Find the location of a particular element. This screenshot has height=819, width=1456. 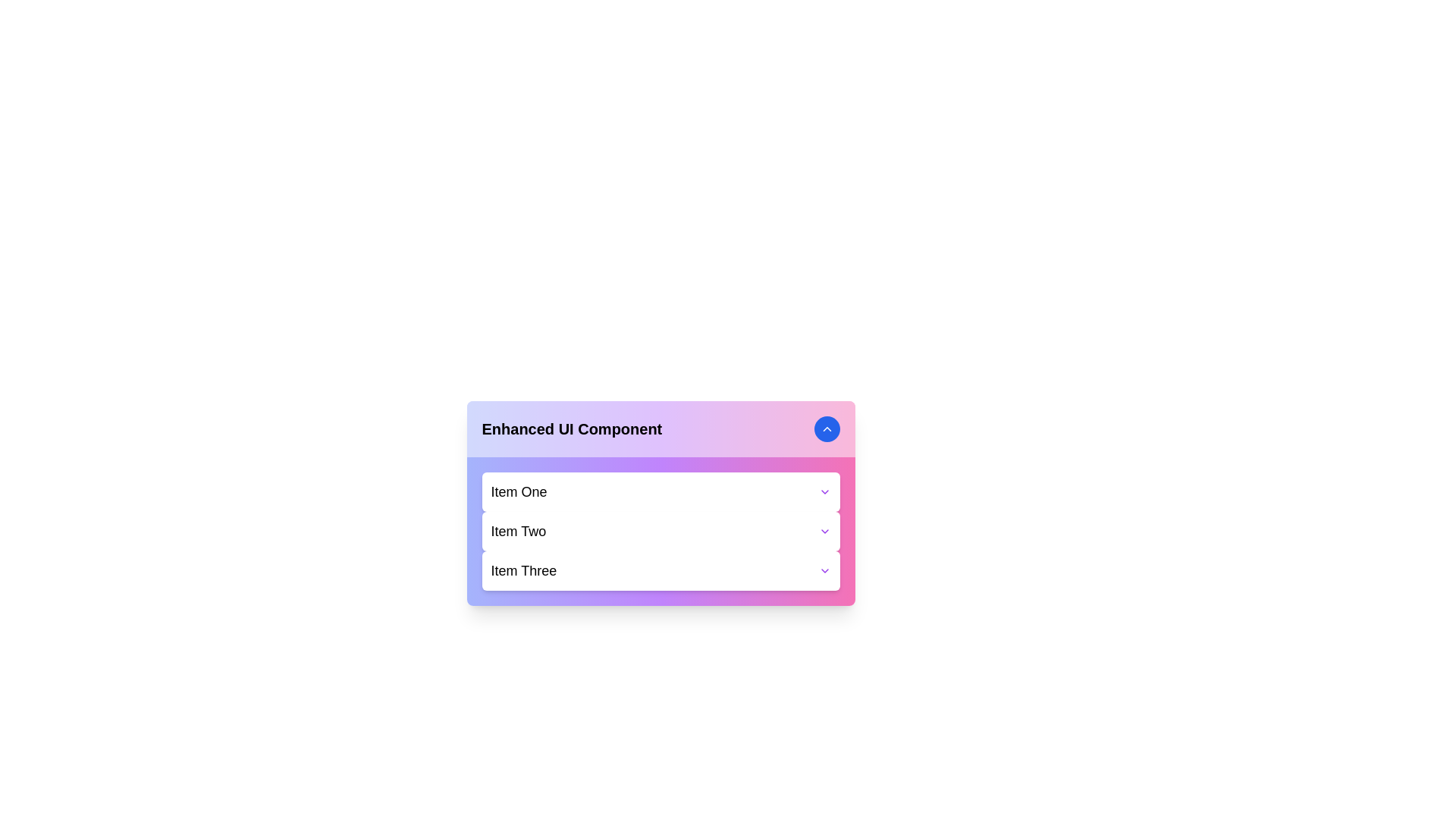

the text label that reads 'Item Two', which is styled with a large font size and medium font weight, positioned as the second item in a vertical list within a dropdown-like component is located at coordinates (518, 531).